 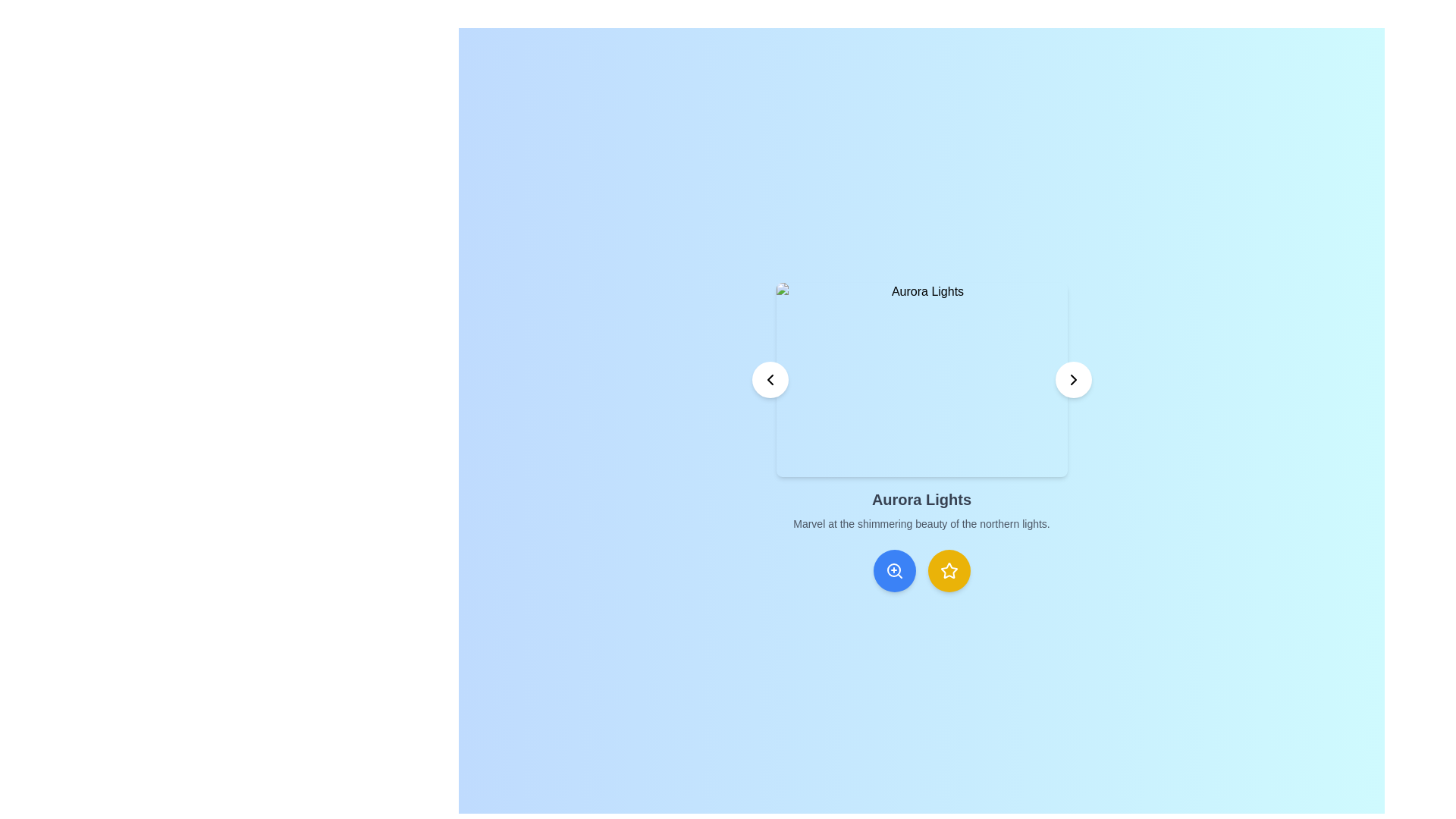 What do you see at coordinates (894, 570) in the screenshot?
I see `the 'zoom in' icon located within the circular button at the lower center of the interface, just below the text 'Aurora Lights'` at bounding box center [894, 570].